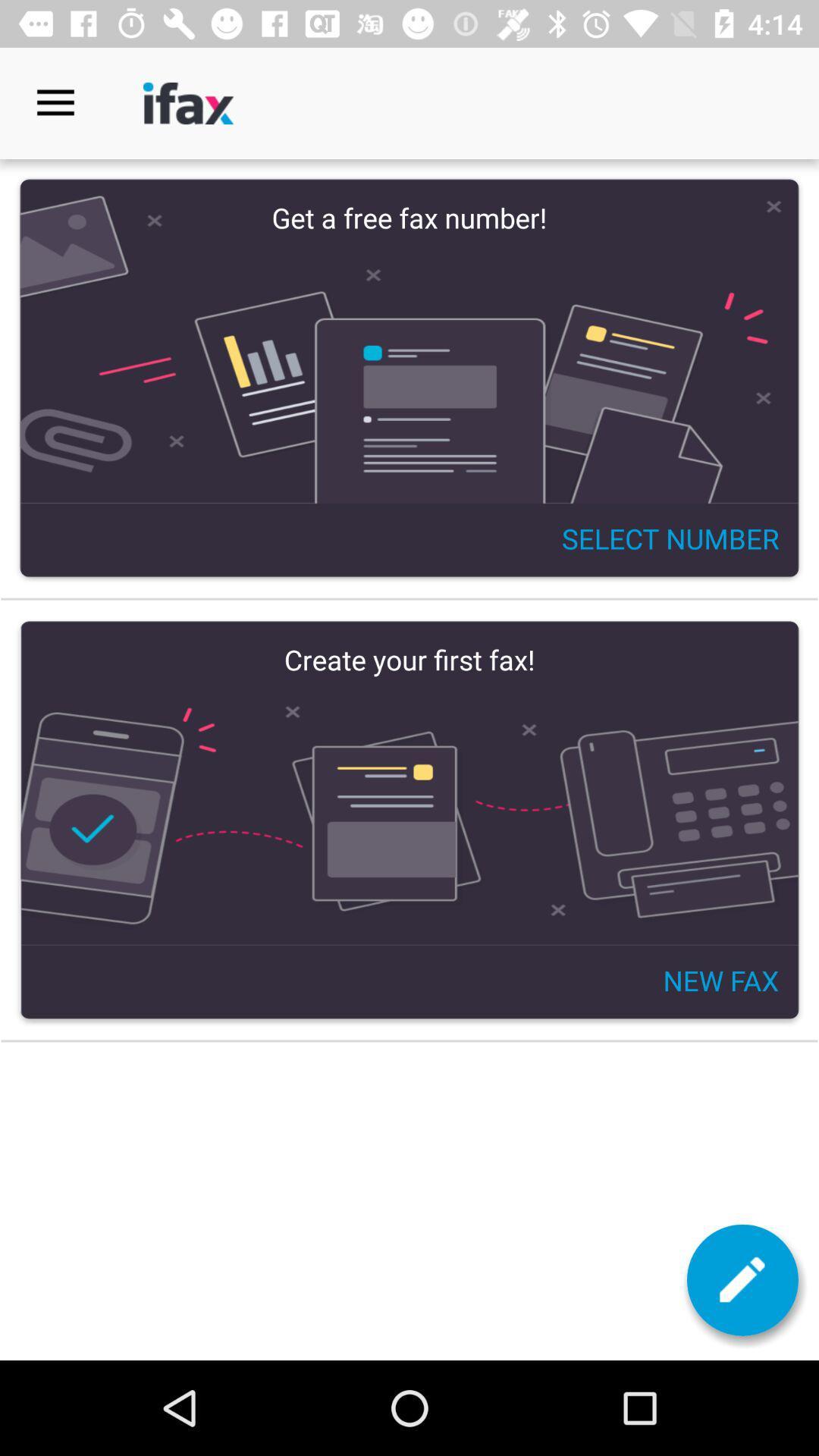 The image size is (819, 1456). Describe the element at coordinates (742, 1279) in the screenshot. I see `new fax` at that location.